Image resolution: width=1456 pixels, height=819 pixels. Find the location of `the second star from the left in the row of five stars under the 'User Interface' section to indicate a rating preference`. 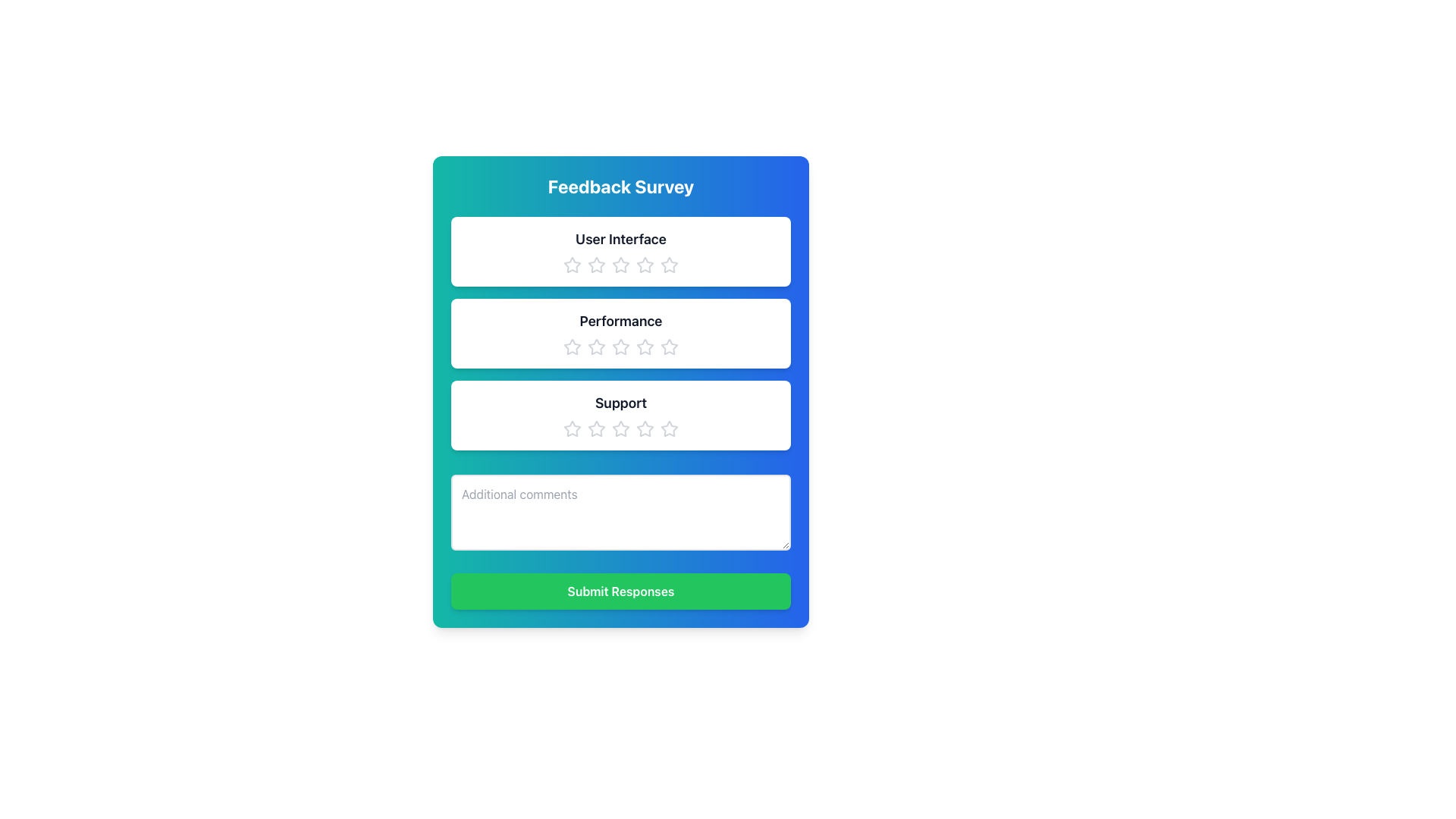

the second star from the left in the row of five stars under the 'User Interface' section to indicate a rating preference is located at coordinates (596, 264).